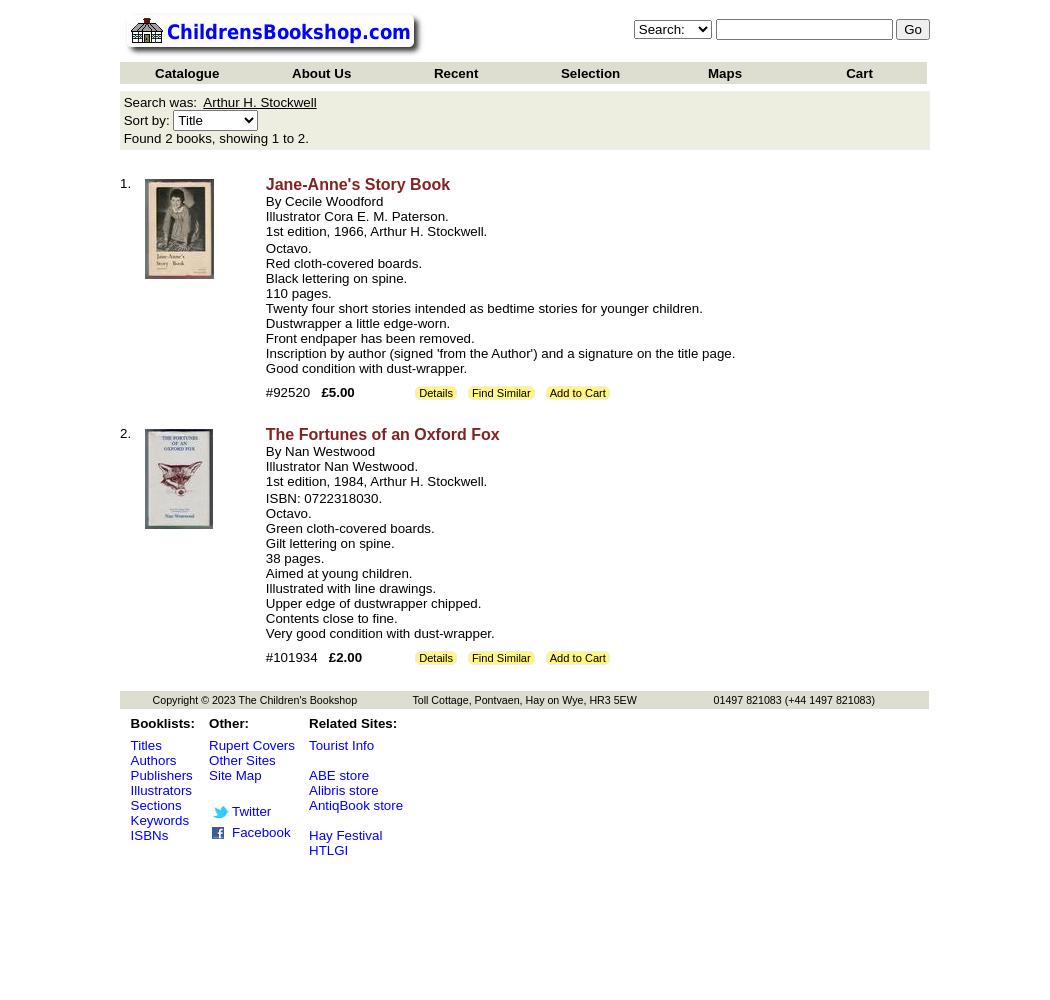 The width and height of the screenshot is (1050, 1000). I want to click on 'Found 2 books, showing 1 to 2.', so click(214, 138).